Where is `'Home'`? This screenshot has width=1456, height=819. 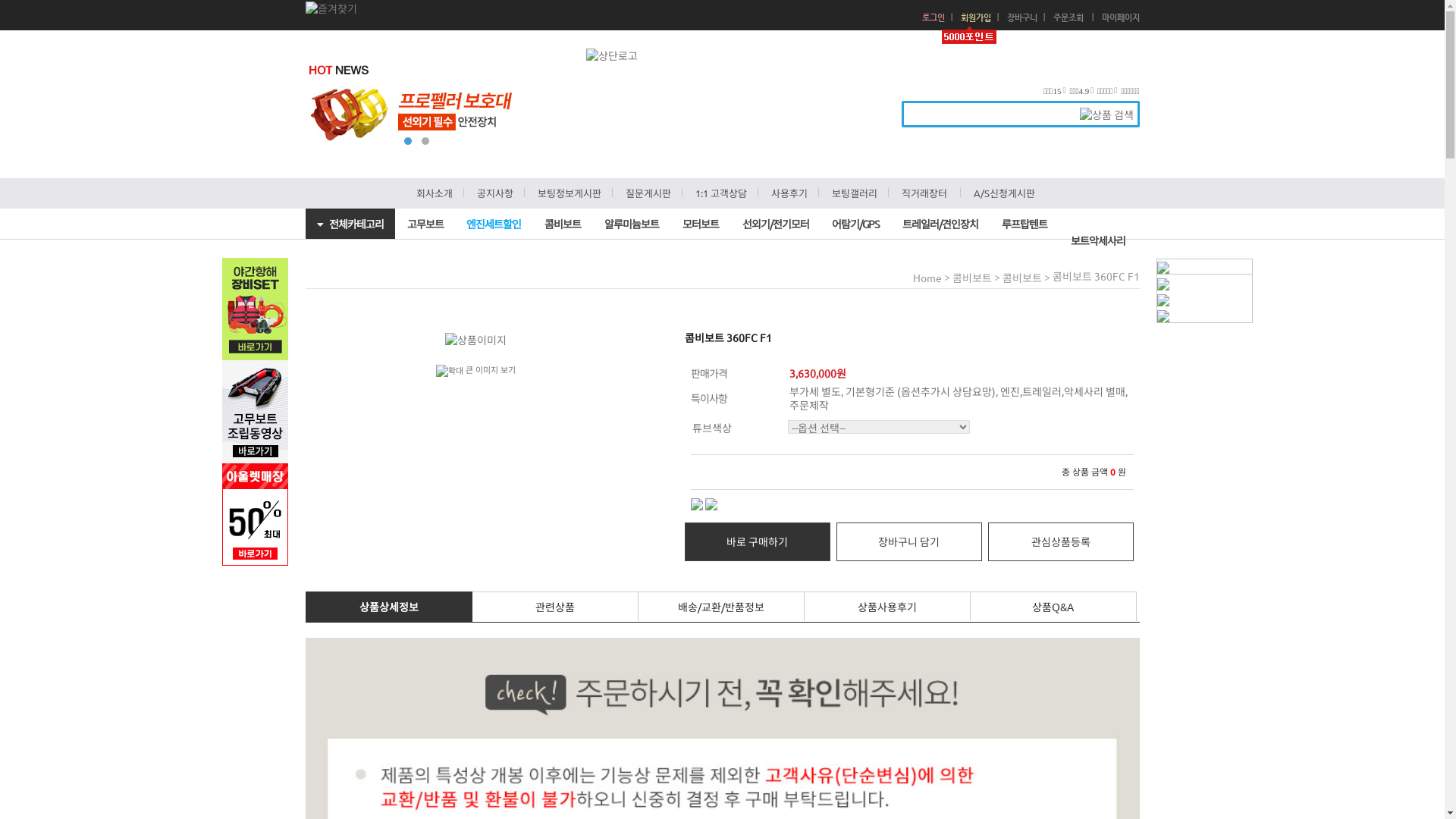
'Home' is located at coordinates (912, 278).